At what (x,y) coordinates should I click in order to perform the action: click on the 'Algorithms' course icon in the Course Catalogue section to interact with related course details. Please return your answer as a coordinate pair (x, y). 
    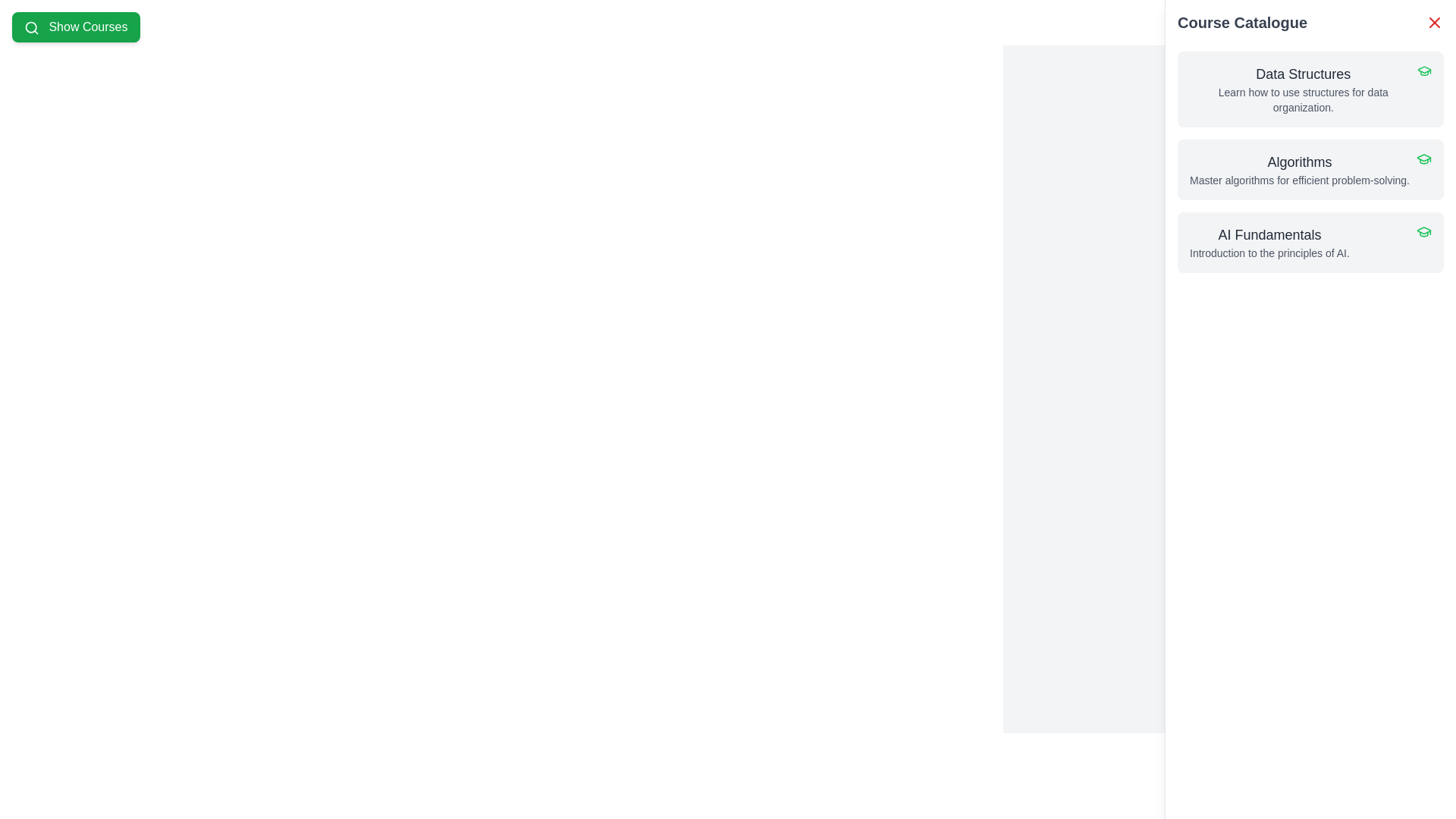
    Looking at the image, I should click on (1423, 231).